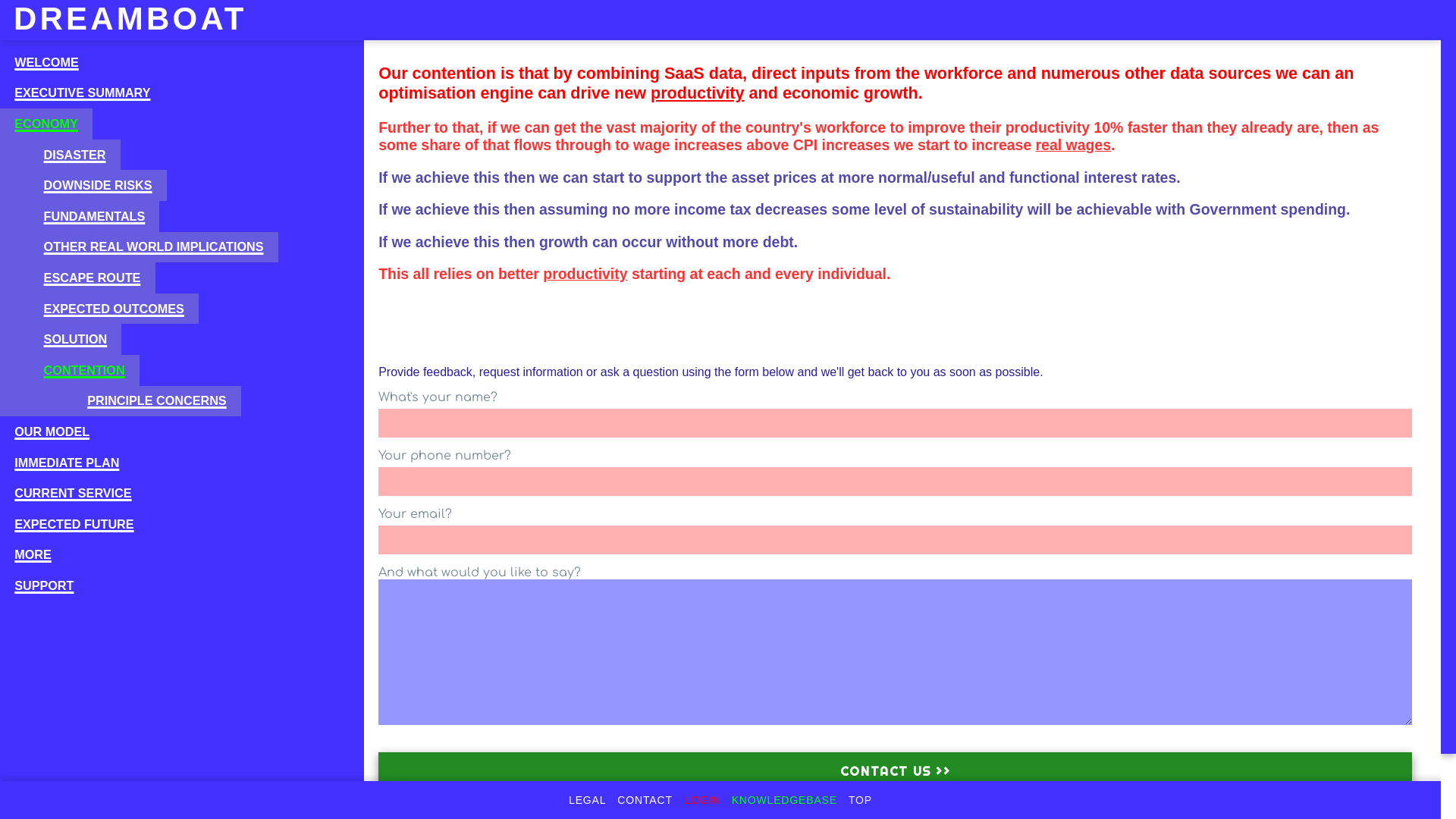  Describe the element at coordinates (731, 799) in the screenshot. I see `'KNOWLEDGEBASE'` at that location.